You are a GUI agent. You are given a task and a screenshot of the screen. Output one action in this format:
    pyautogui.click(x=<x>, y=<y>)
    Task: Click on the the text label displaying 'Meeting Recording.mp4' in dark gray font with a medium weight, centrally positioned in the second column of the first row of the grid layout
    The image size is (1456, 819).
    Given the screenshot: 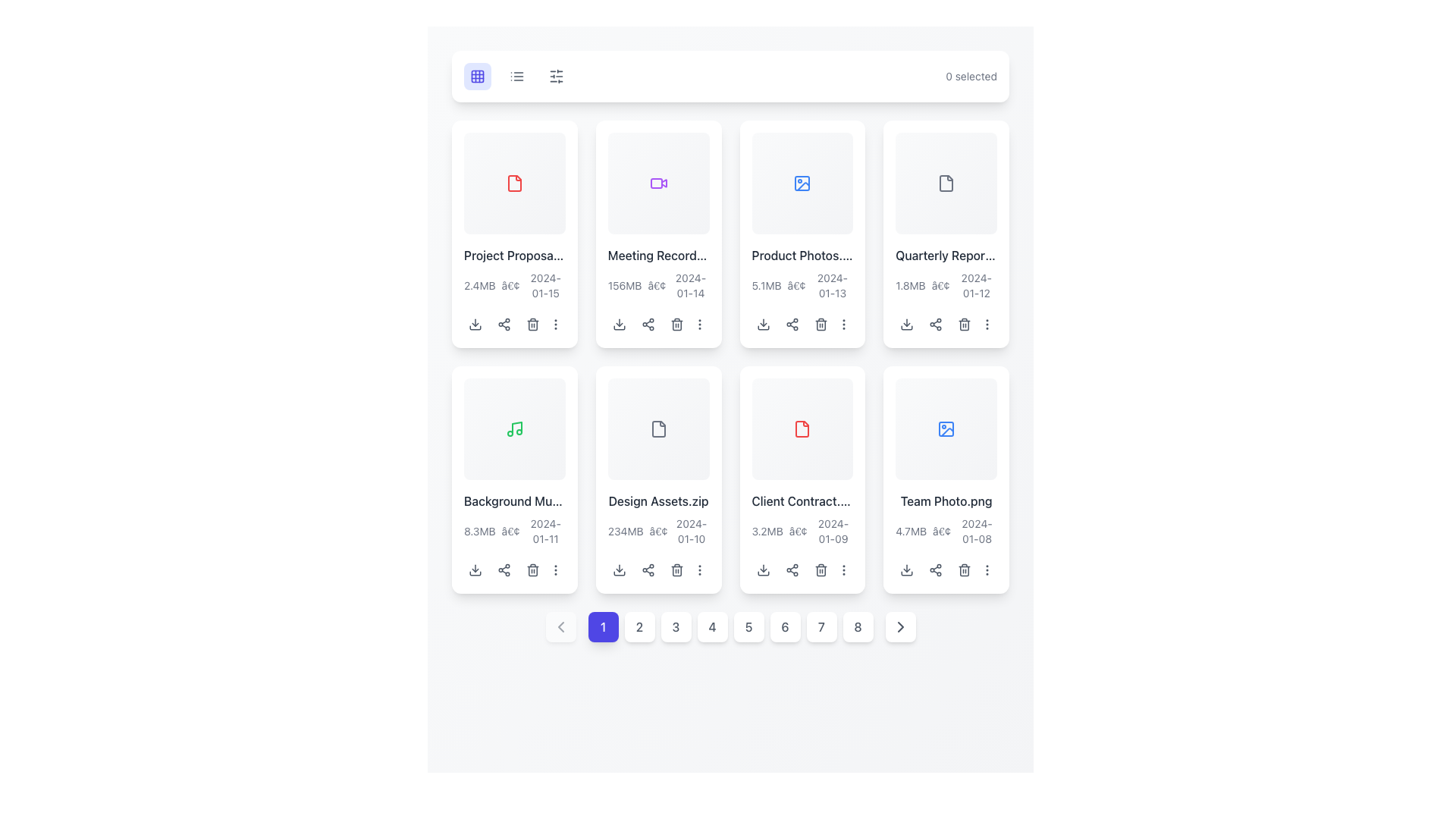 What is the action you would take?
    pyautogui.click(x=658, y=254)
    